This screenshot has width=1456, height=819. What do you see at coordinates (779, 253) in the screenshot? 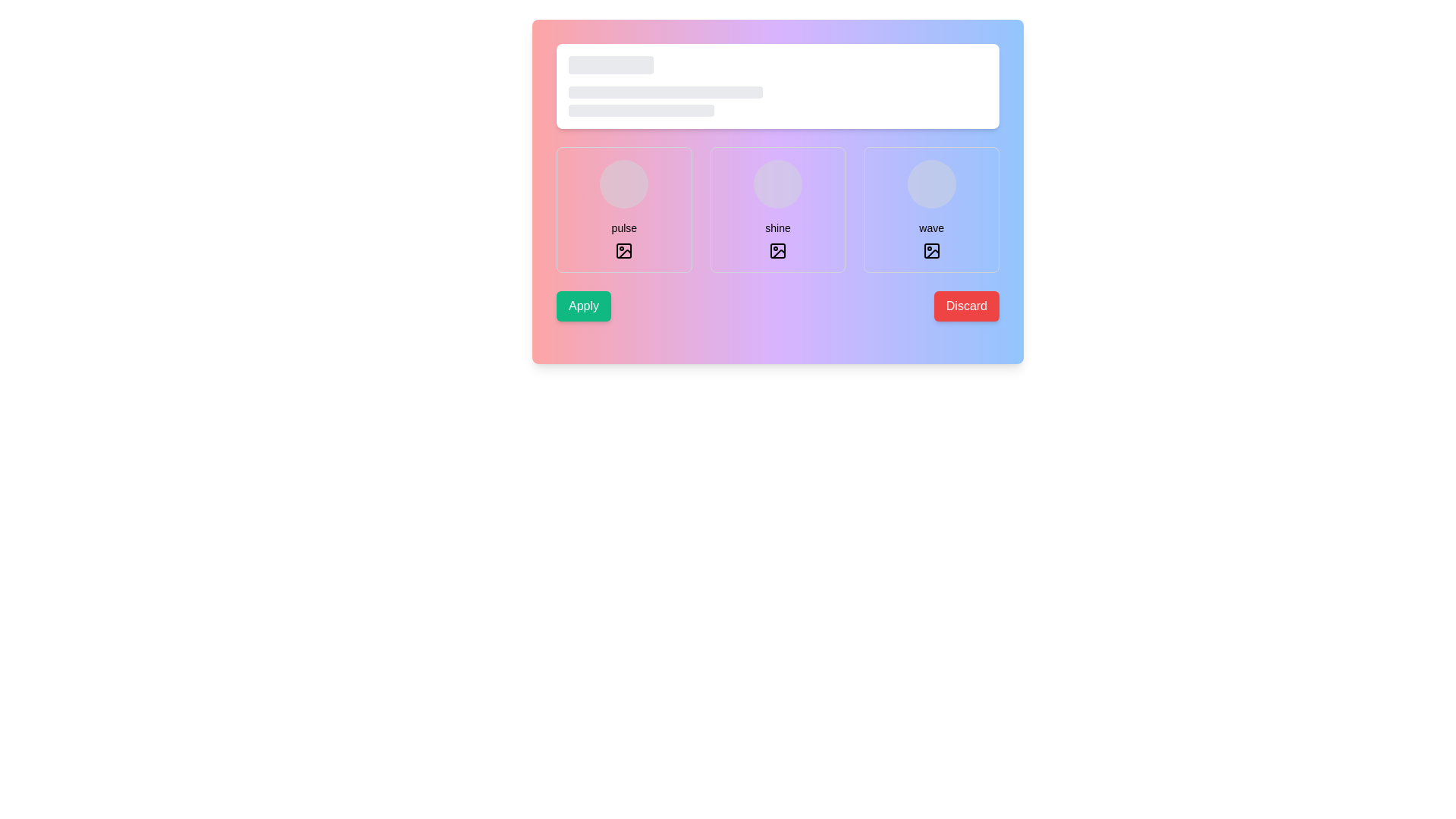
I see `the small triangular icon with a stroke pattern located in the second column of icons below the 'shine' label within the SVG graphic` at bounding box center [779, 253].